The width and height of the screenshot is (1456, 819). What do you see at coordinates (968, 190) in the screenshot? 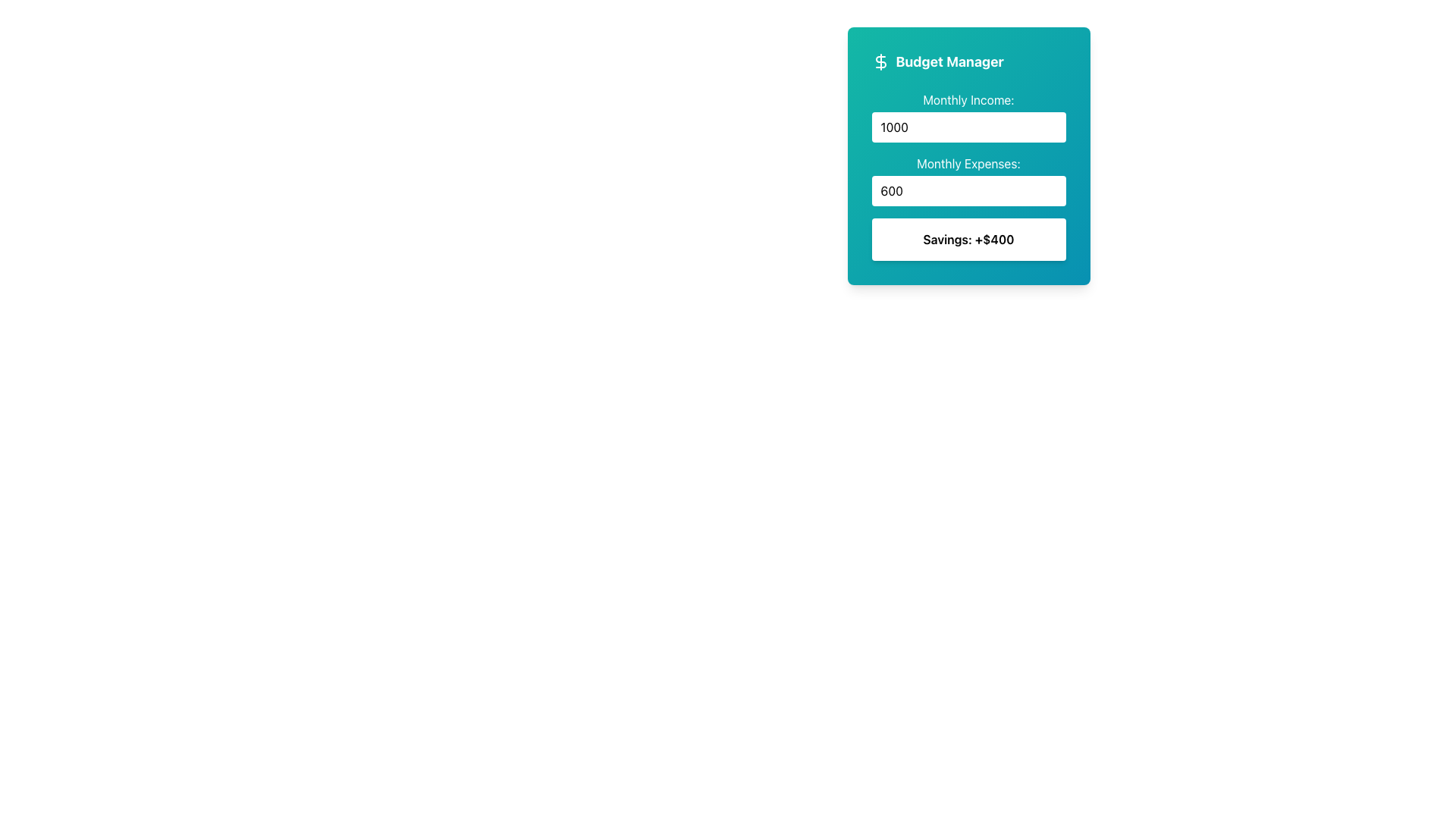
I see `the Number Input field that contains the numeric value '600' to focus on it` at bounding box center [968, 190].